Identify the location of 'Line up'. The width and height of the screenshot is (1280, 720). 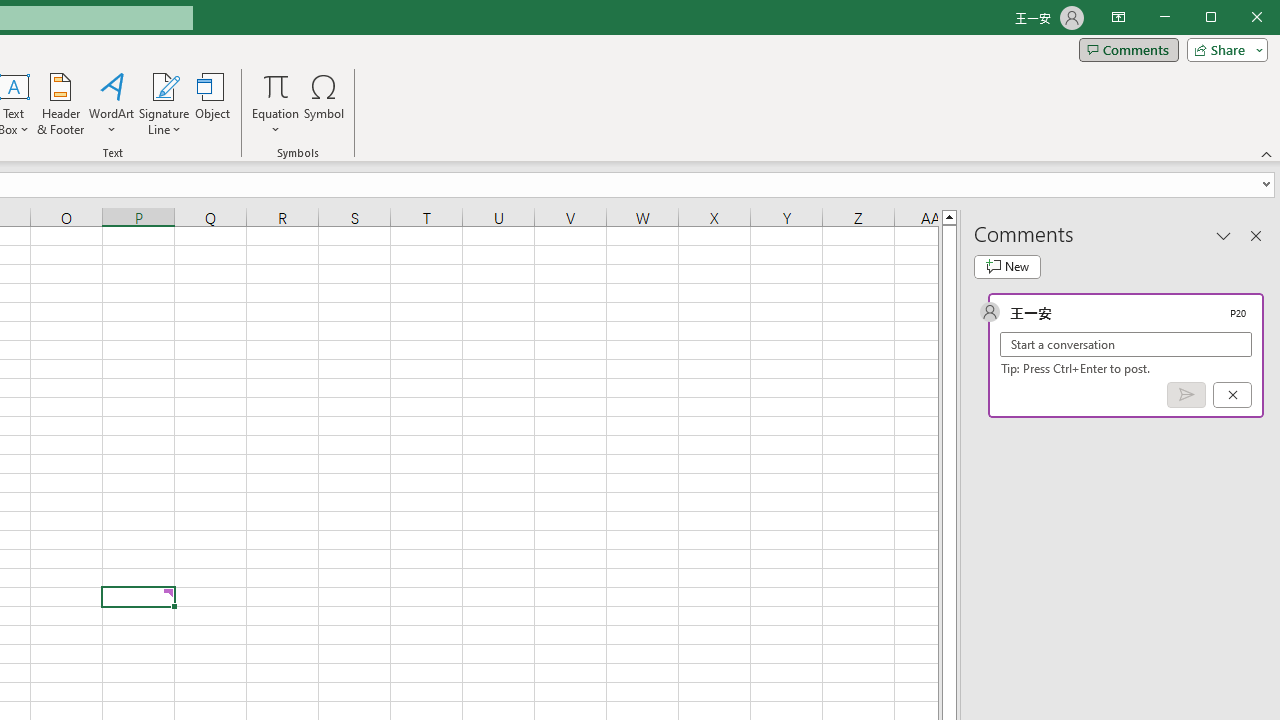
(948, 216).